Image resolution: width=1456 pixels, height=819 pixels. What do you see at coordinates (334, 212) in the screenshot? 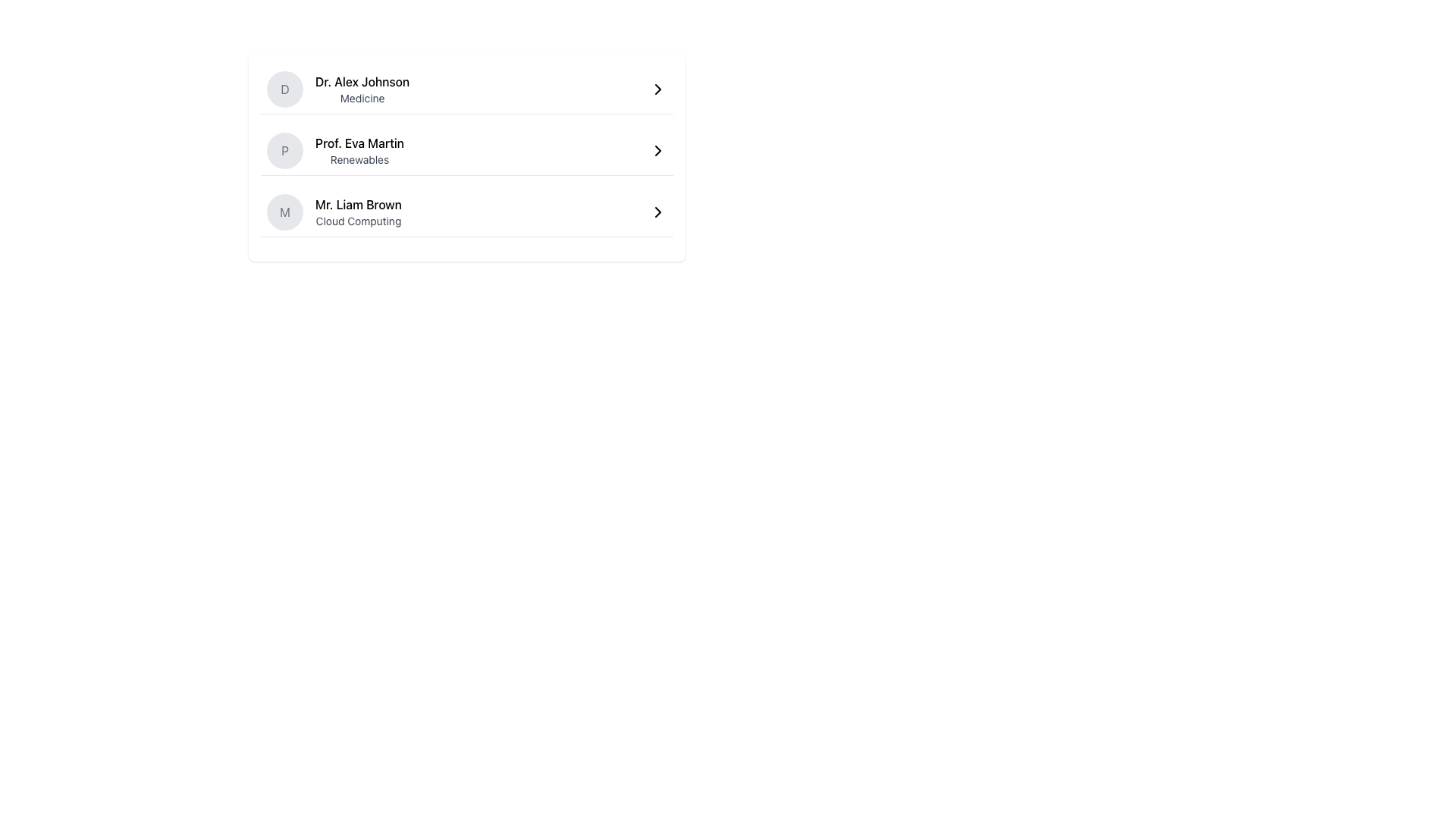
I see `the text display with an avatar that provides identification information about an individual, specifically the third item from the top in a horizontally centered list` at bounding box center [334, 212].